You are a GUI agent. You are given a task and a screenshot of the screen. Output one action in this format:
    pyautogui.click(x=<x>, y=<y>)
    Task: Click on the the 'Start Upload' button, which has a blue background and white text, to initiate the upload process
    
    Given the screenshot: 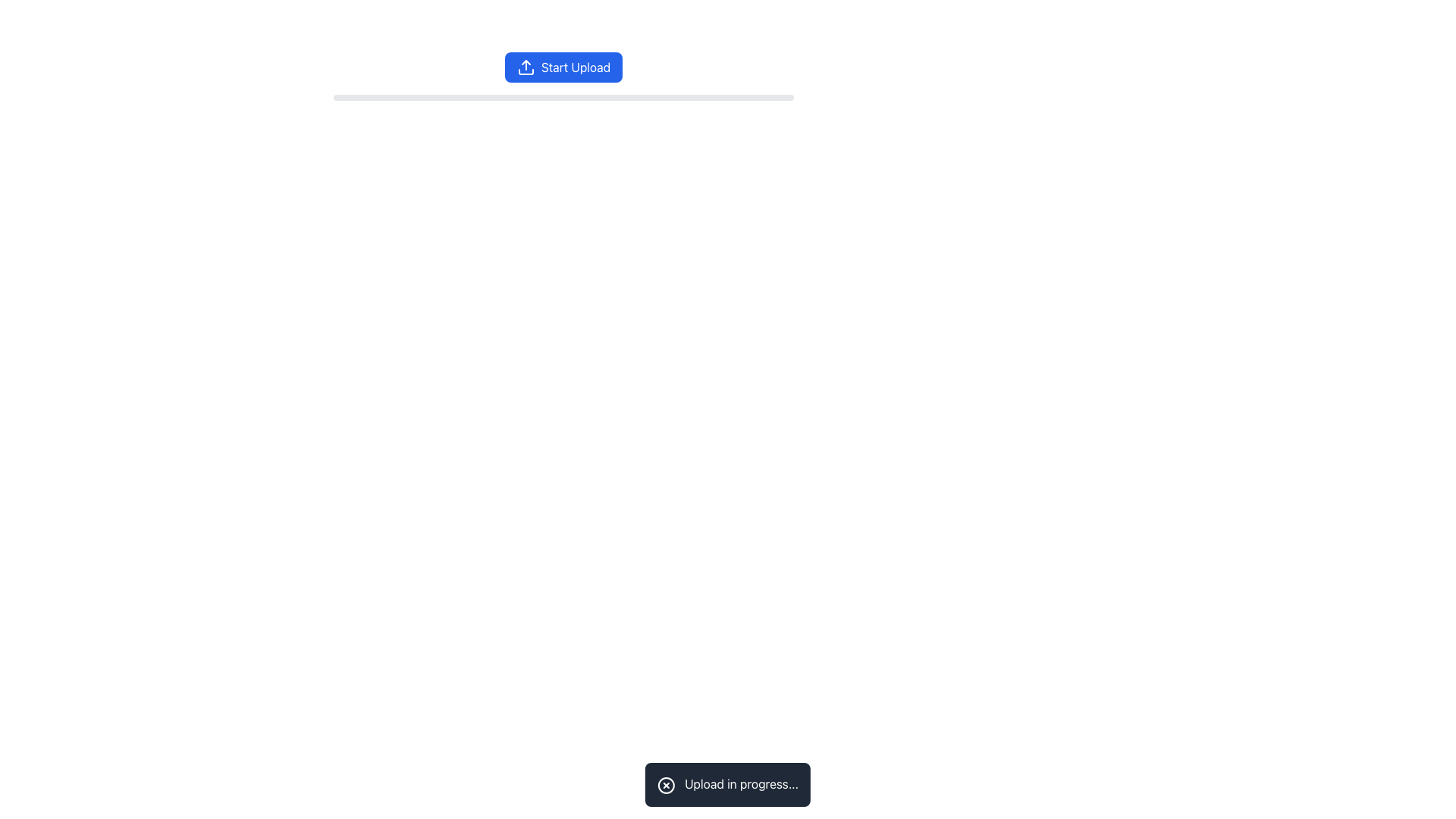 What is the action you would take?
    pyautogui.click(x=563, y=66)
    